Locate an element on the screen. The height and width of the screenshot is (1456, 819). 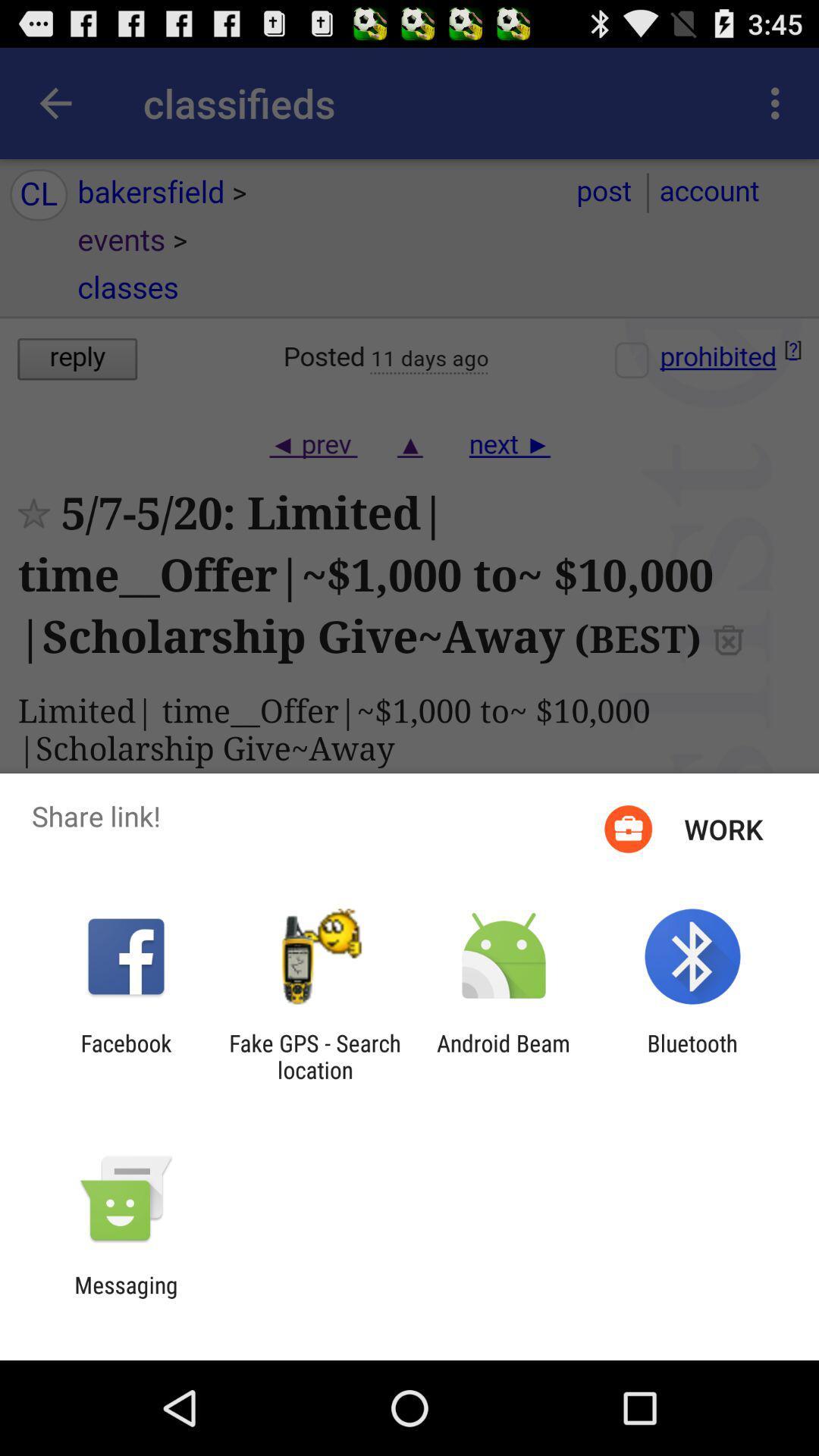
messaging is located at coordinates (125, 1298).